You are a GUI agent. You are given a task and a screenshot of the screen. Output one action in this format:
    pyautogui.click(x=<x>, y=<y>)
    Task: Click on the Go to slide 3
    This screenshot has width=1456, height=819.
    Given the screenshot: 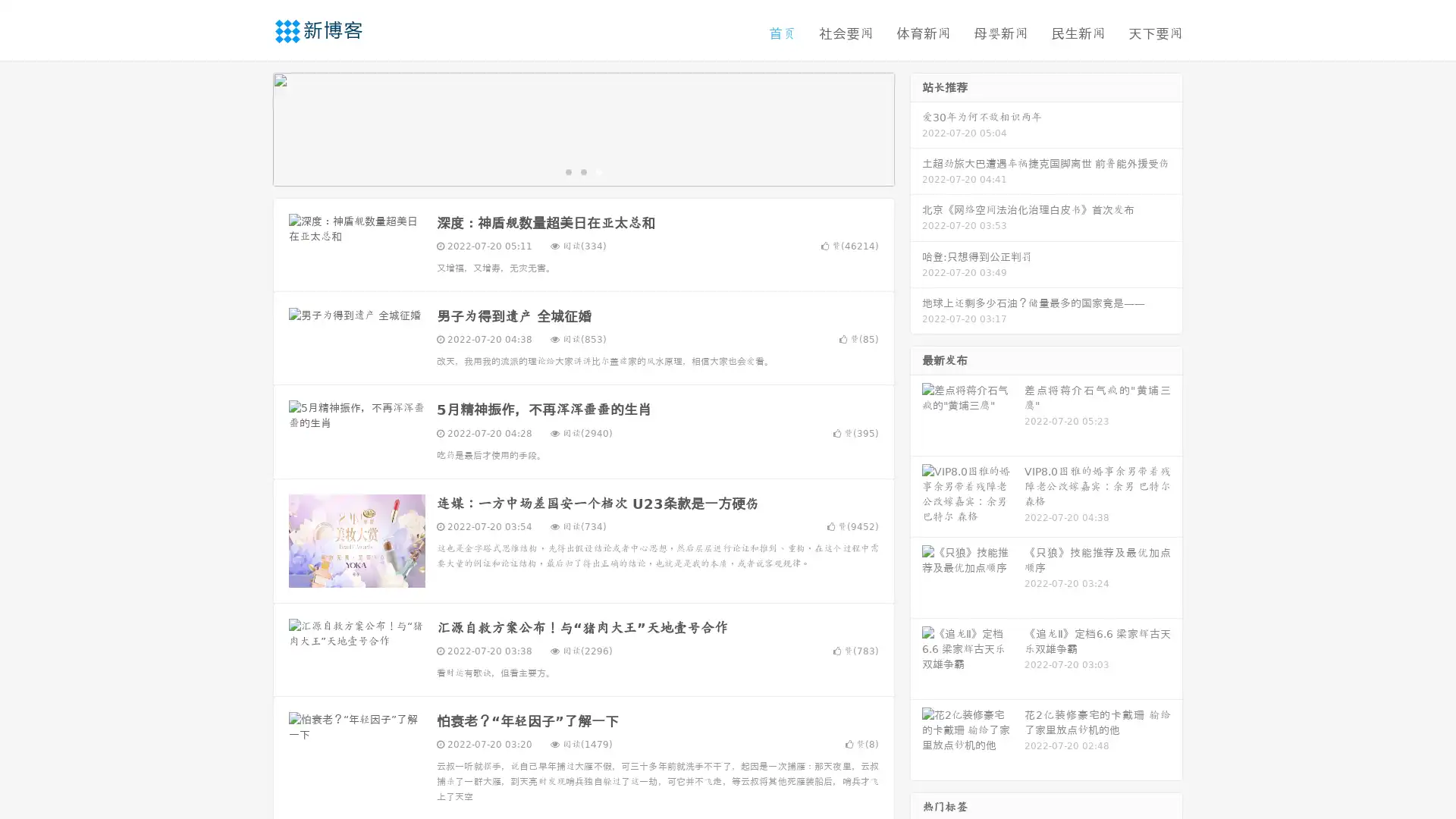 What is the action you would take?
    pyautogui.click(x=598, y=171)
    